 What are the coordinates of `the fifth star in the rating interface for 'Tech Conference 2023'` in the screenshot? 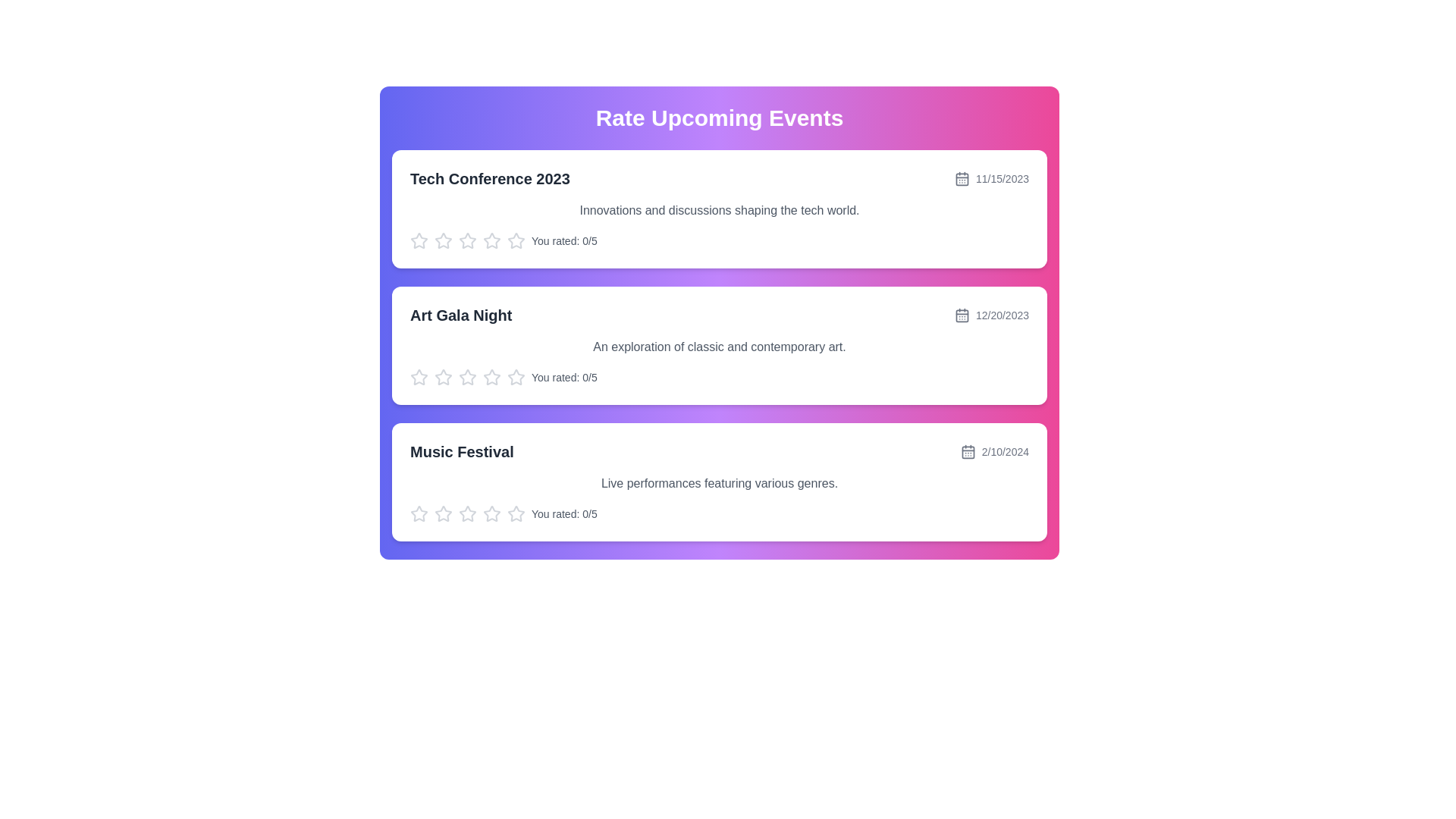 It's located at (491, 240).